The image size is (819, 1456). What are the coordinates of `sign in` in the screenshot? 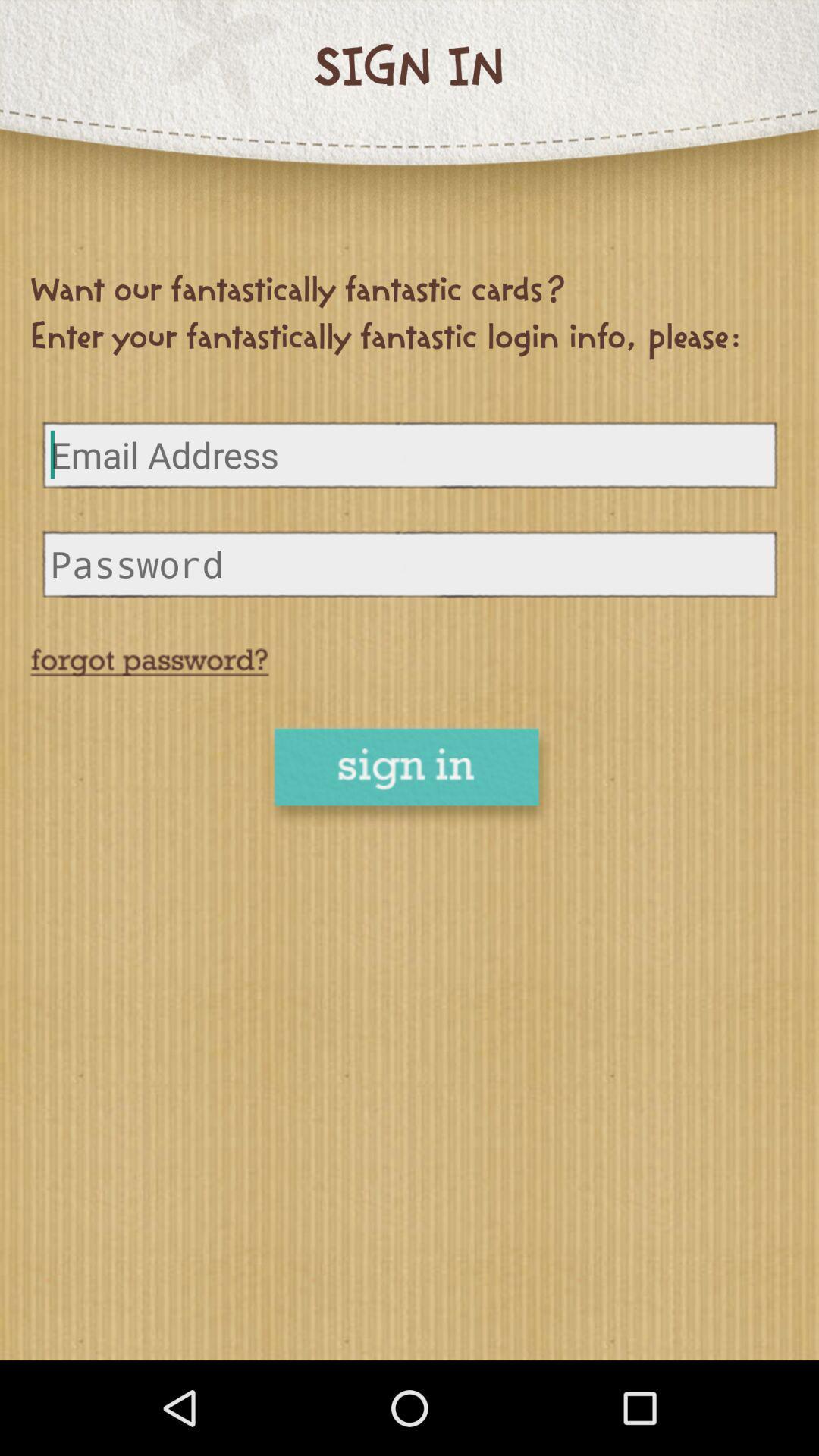 It's located at (409, 777).